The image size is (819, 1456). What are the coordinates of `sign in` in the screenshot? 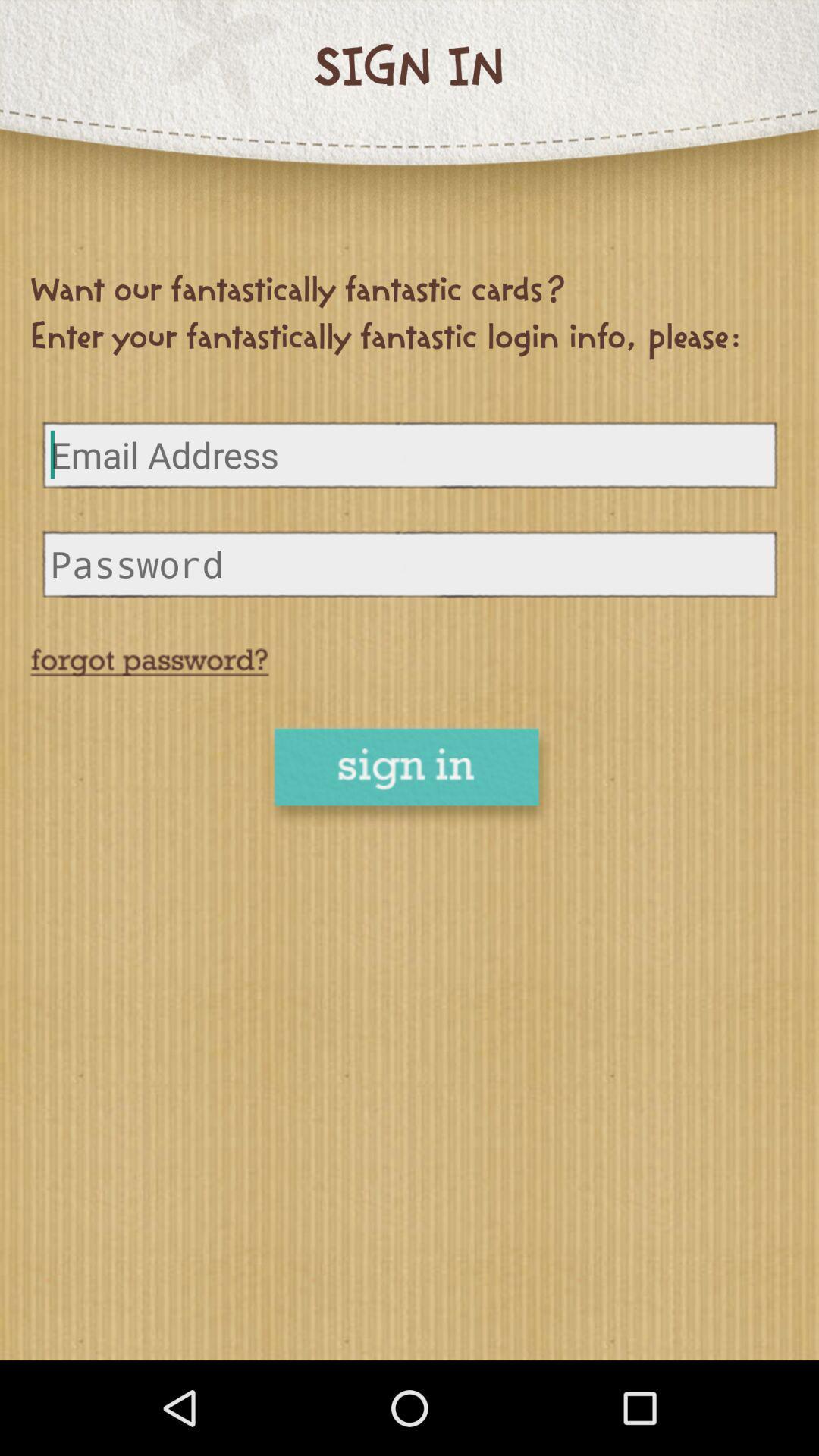 It's located at (409, 777).